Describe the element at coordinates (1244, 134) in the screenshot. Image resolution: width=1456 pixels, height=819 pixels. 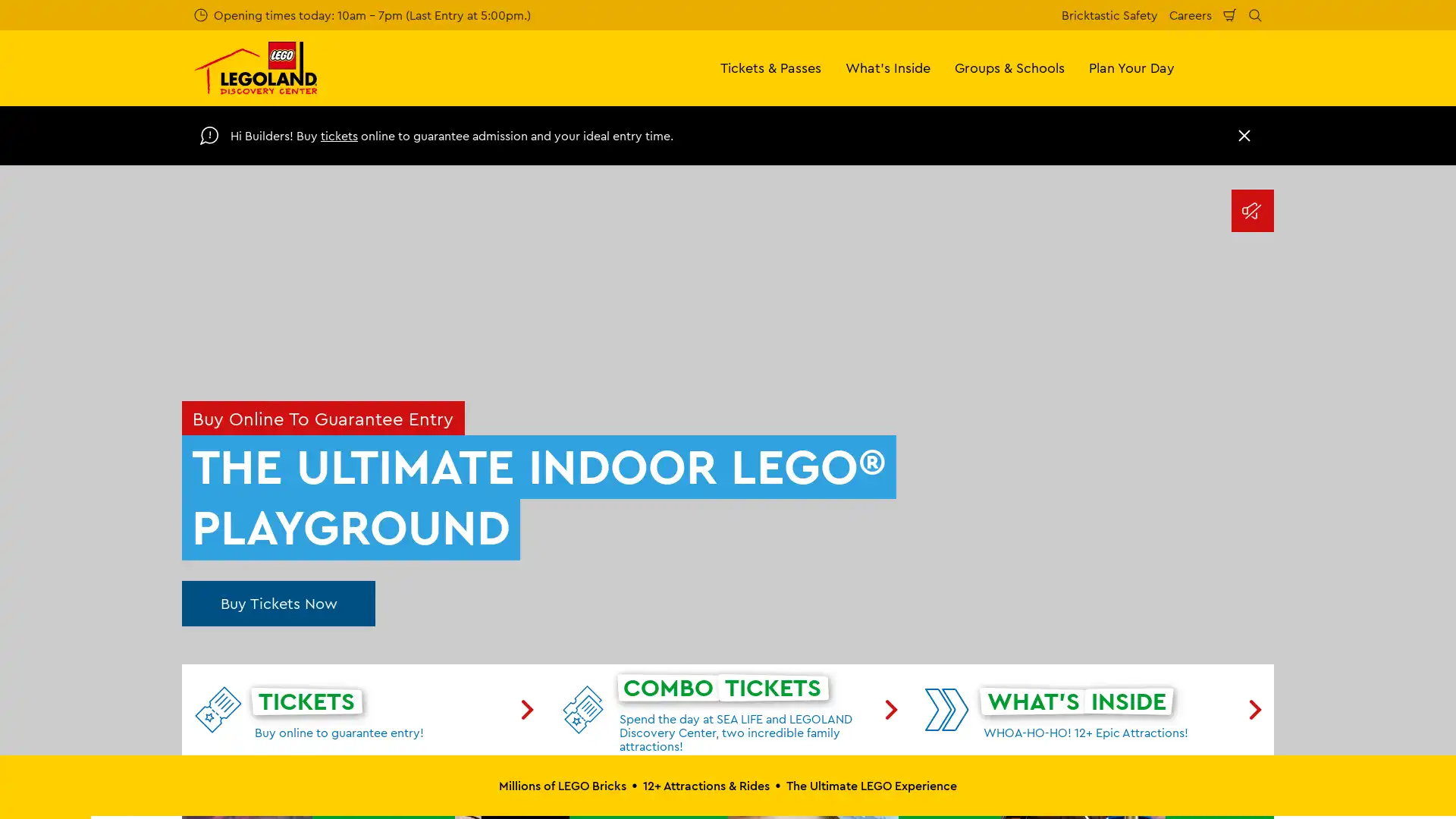
I see `Close` at that location.